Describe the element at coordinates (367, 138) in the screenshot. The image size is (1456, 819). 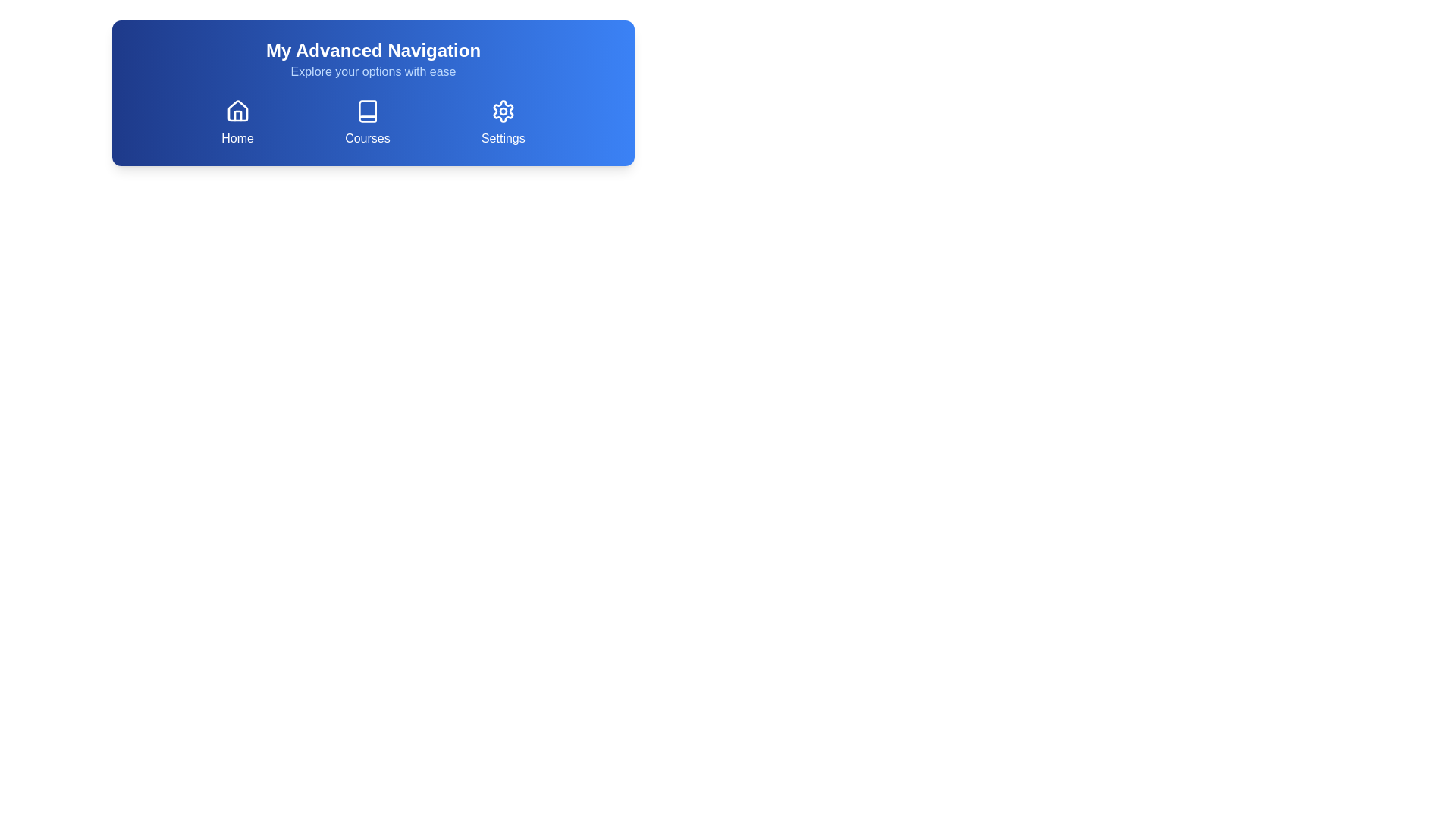
I see `the text label displaying 'Courses' in white font, located centrally in the blue navigation bar beneath the book icon` at that location.